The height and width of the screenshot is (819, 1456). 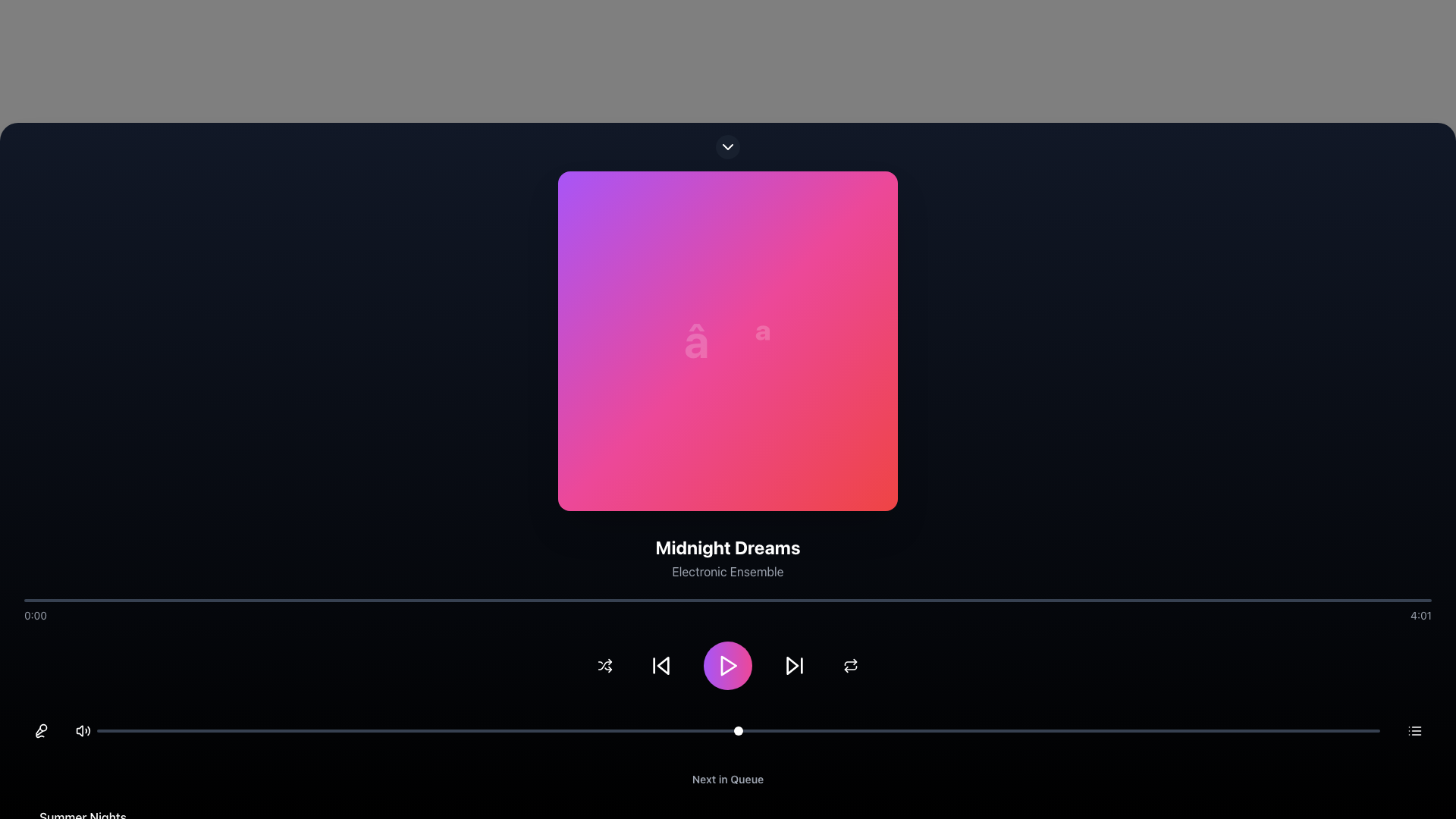 I want to click on the timeline position, so click(x=237, y=730).